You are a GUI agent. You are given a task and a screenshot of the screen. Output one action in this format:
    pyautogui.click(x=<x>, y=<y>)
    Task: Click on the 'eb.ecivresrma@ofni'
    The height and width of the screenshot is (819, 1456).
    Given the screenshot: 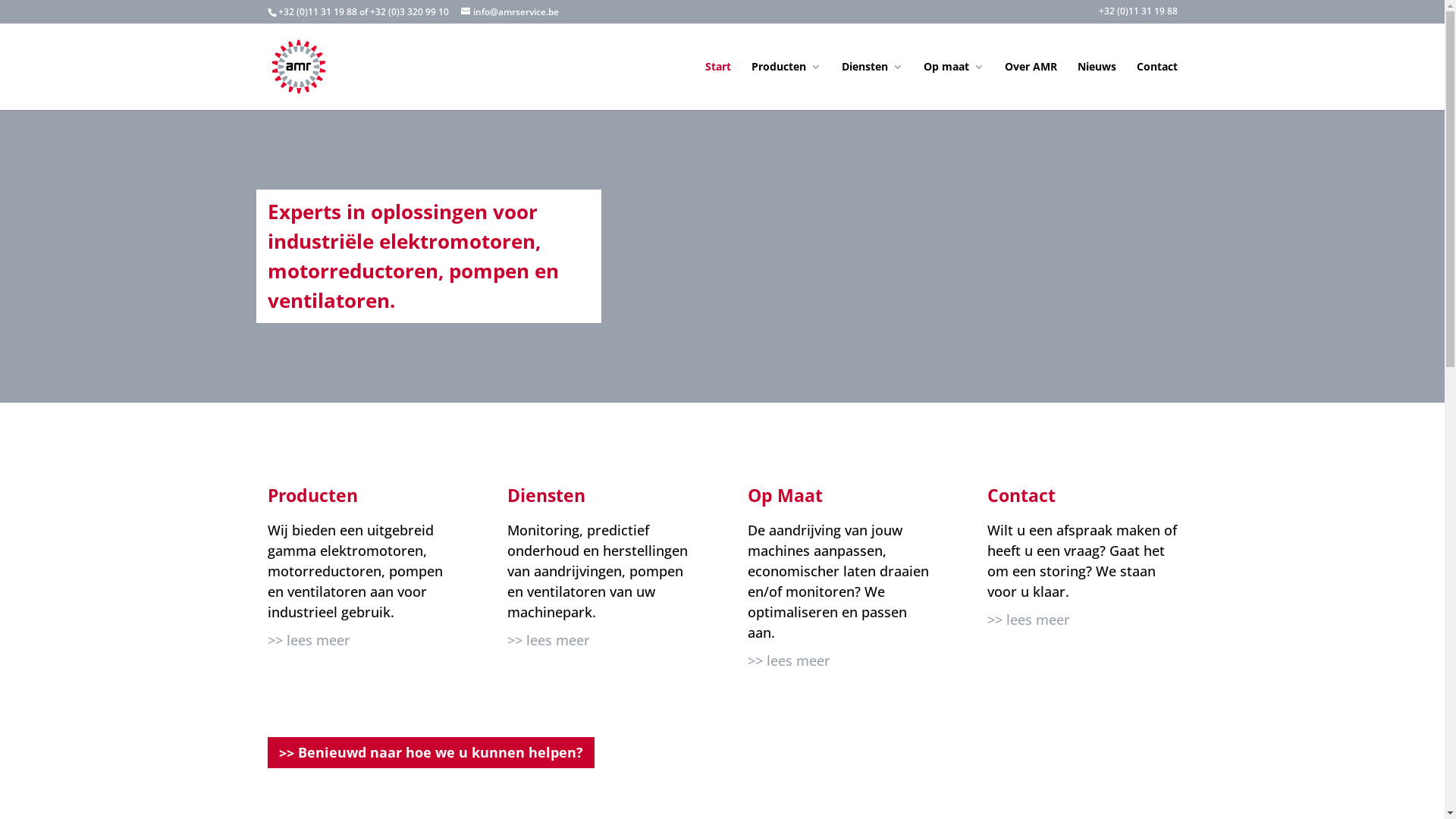 What is the action you would take?
    pyautogui.click(x=510, y=11)
    